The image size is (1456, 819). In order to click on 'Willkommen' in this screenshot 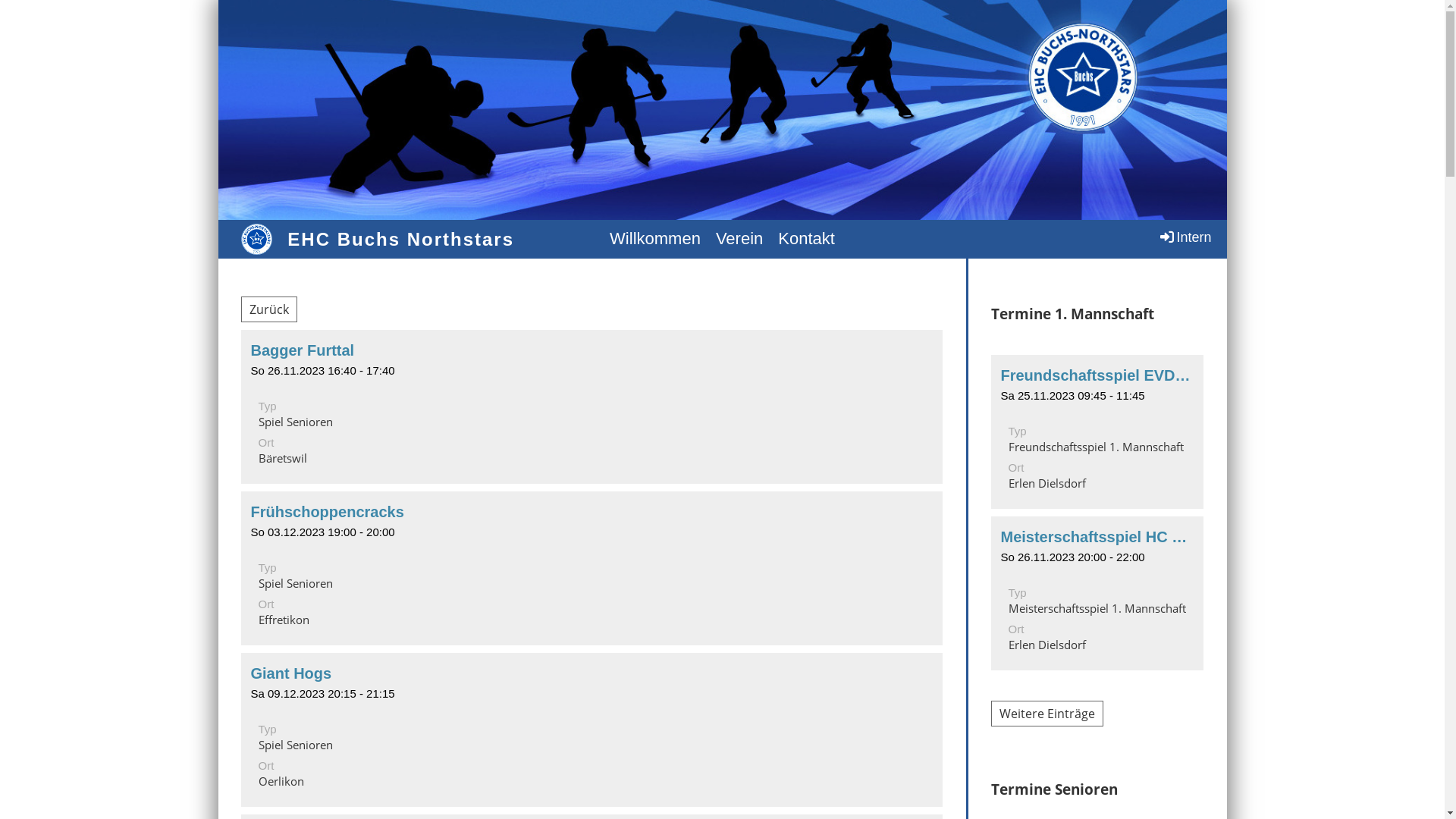, I will do `click(655, 239)`.